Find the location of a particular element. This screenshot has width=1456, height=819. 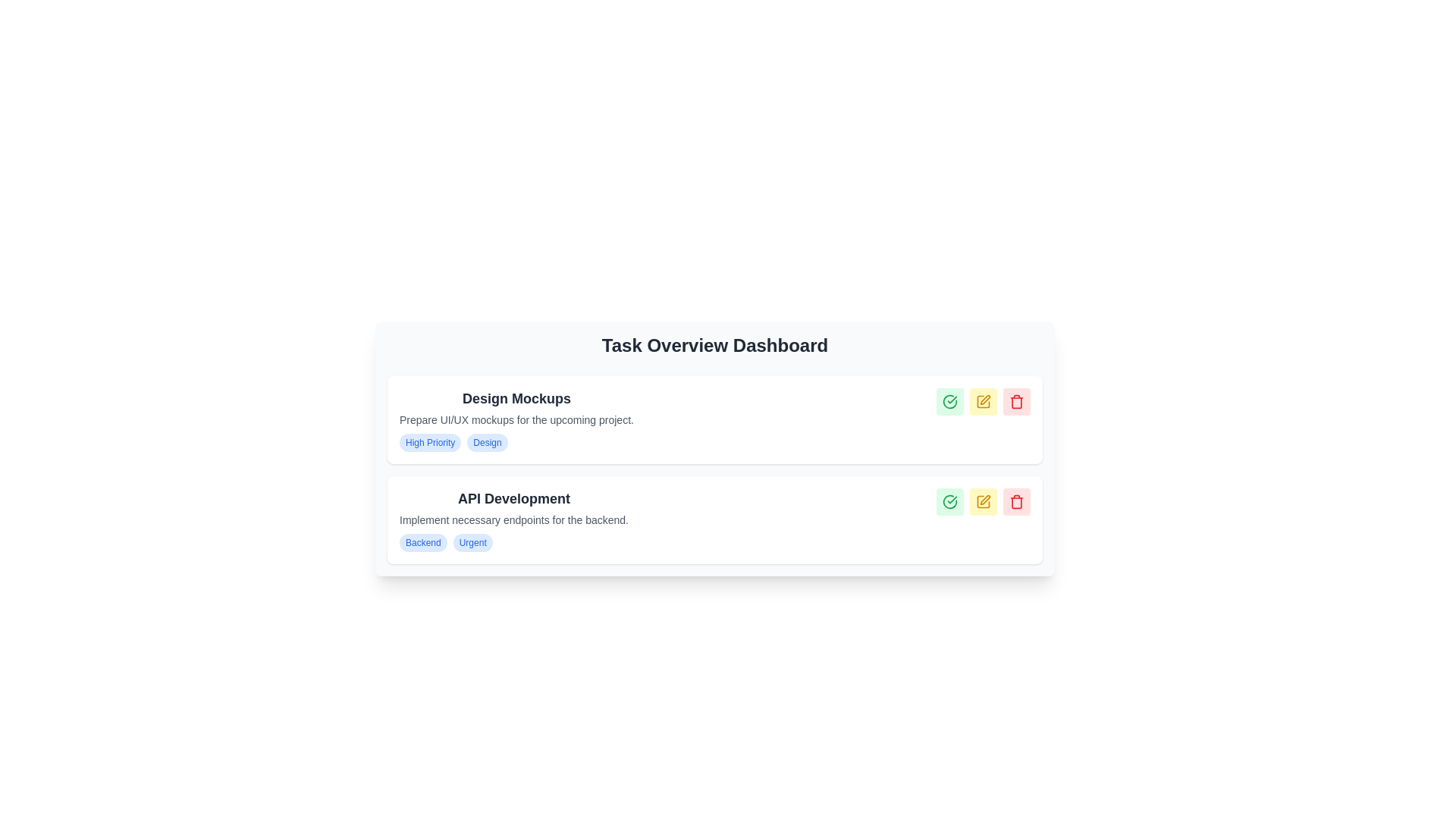

the first badge under the 'API Development' section, which categorizes or highlights the backend-related task is located at coordinates (423, 542).